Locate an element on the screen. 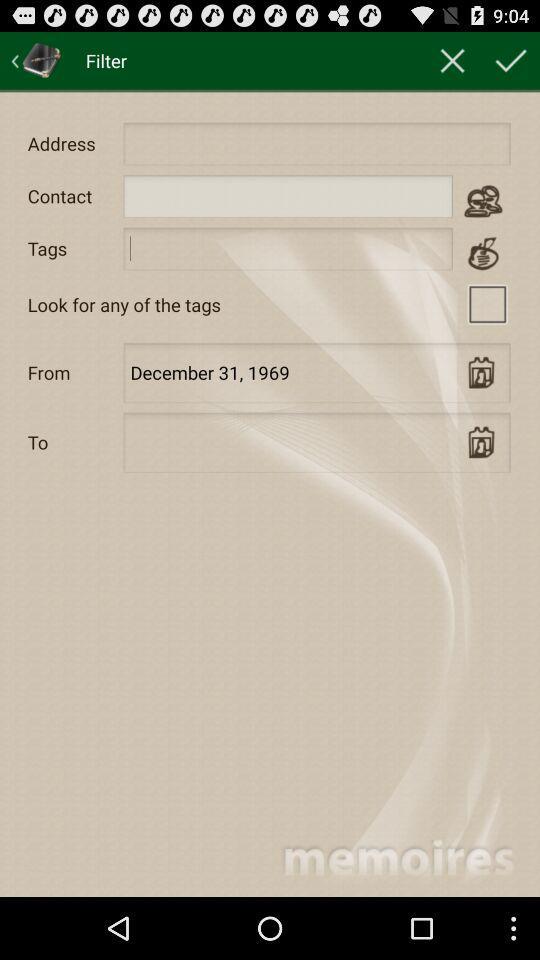  the arrow_backward icon is located at coordinates (36, 64).